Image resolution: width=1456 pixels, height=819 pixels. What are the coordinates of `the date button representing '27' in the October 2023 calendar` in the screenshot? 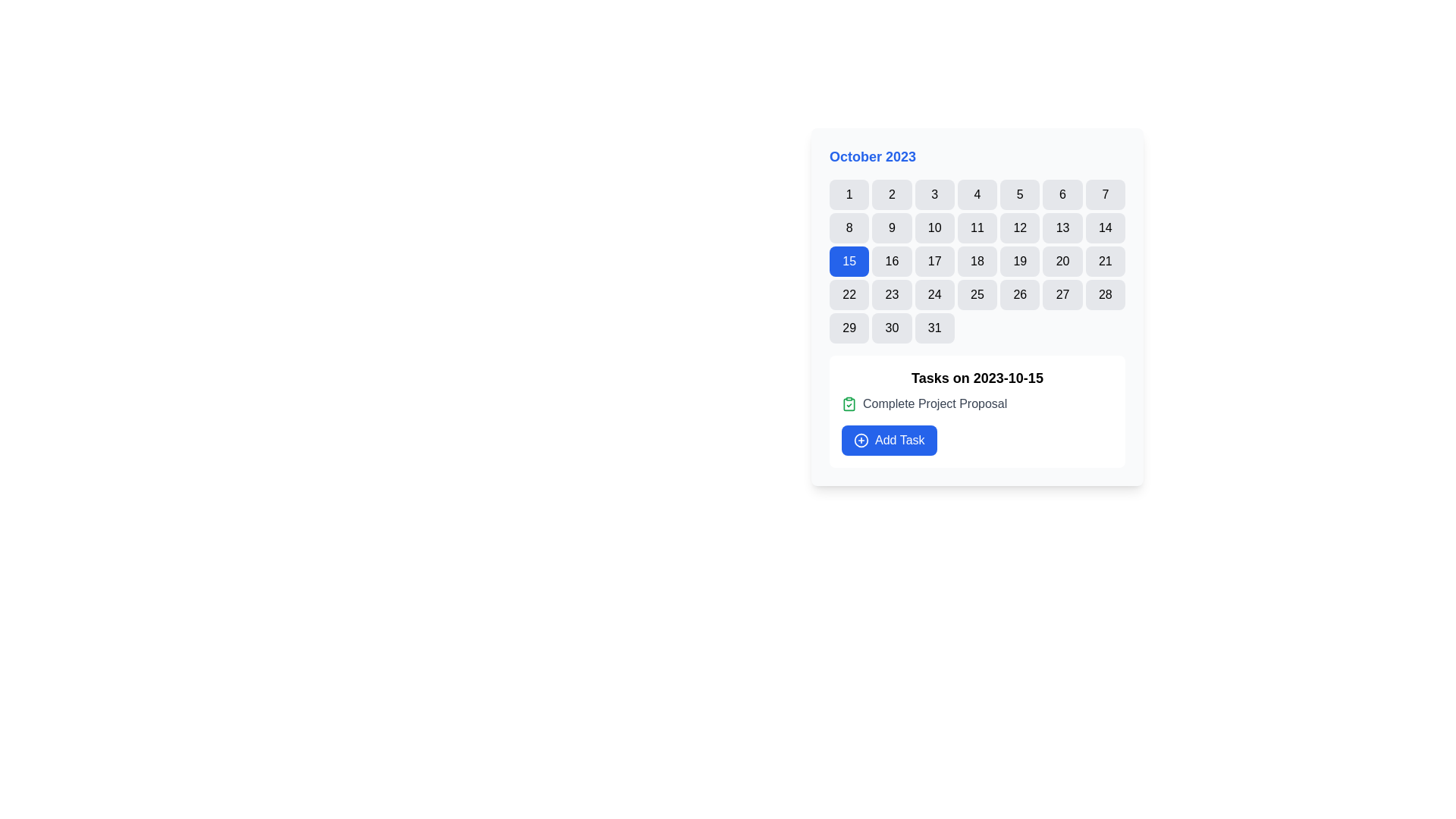 It's located at (1062, 295).